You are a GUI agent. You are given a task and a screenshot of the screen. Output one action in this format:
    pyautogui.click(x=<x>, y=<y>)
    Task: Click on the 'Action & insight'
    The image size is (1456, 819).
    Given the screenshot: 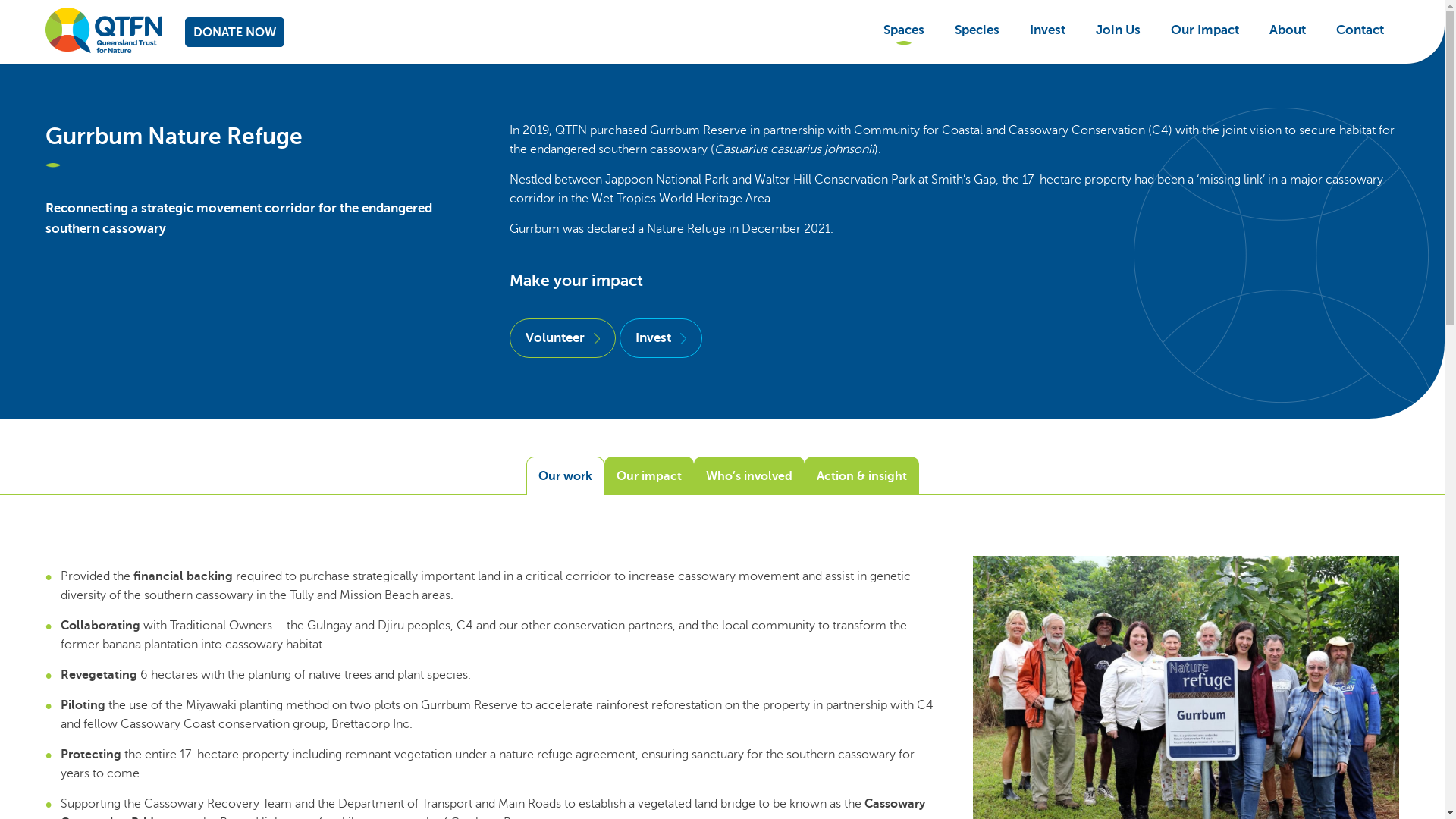 What is the action you would take?
    pyautogui.click(x=861, y=475)
    